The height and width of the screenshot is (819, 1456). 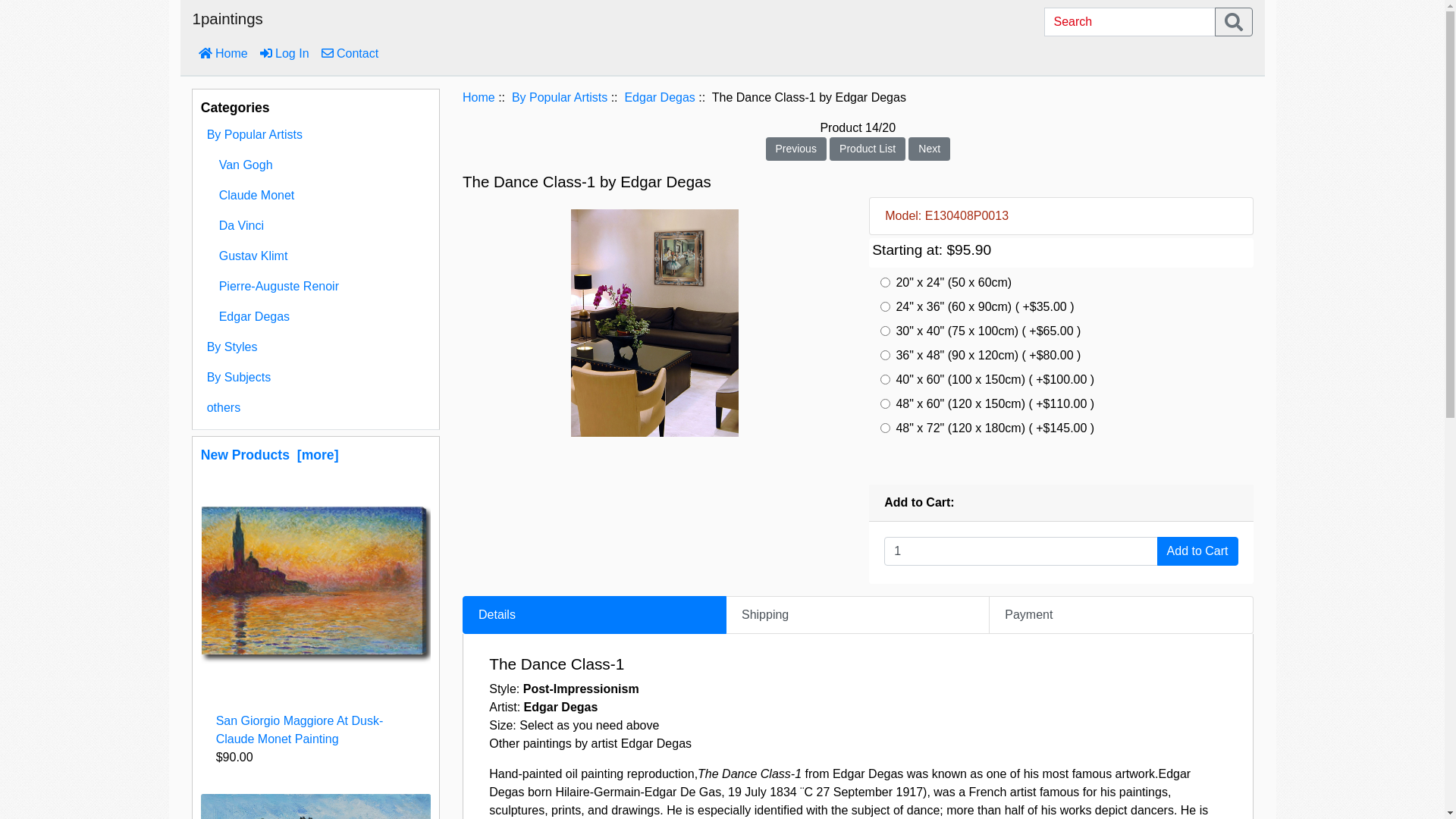 What do you see at coordinates (795, 147) in the screenshot?
I see `' Previous '` at bounding box center [795, 147].